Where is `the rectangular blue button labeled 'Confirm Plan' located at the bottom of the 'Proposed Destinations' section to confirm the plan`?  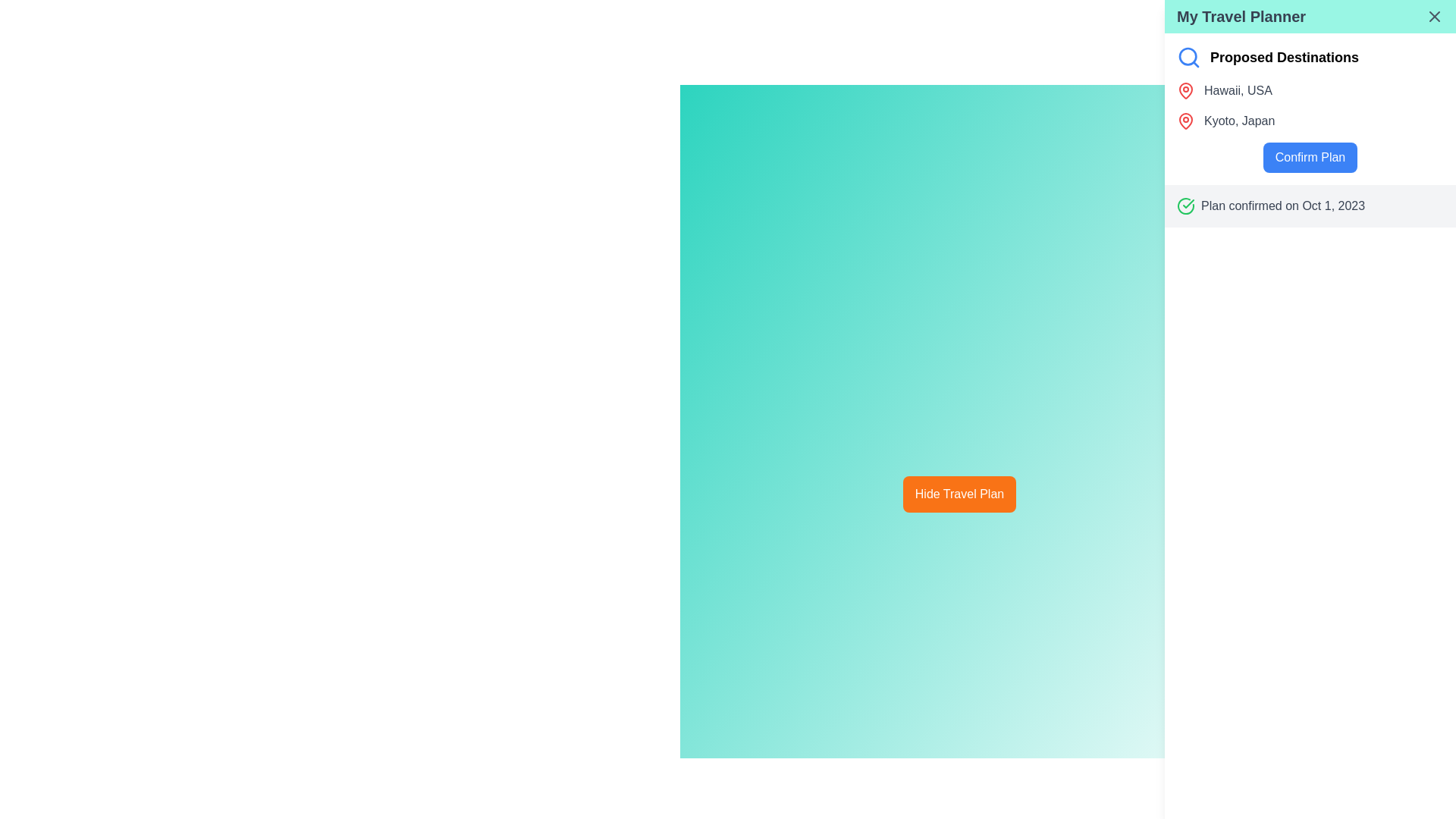 the rectangular blue button labeled 'Confirm Plan' located at the bottom of the 'Proposed Destinations' section to confirm the plan is located at coordinates (1310, 158).